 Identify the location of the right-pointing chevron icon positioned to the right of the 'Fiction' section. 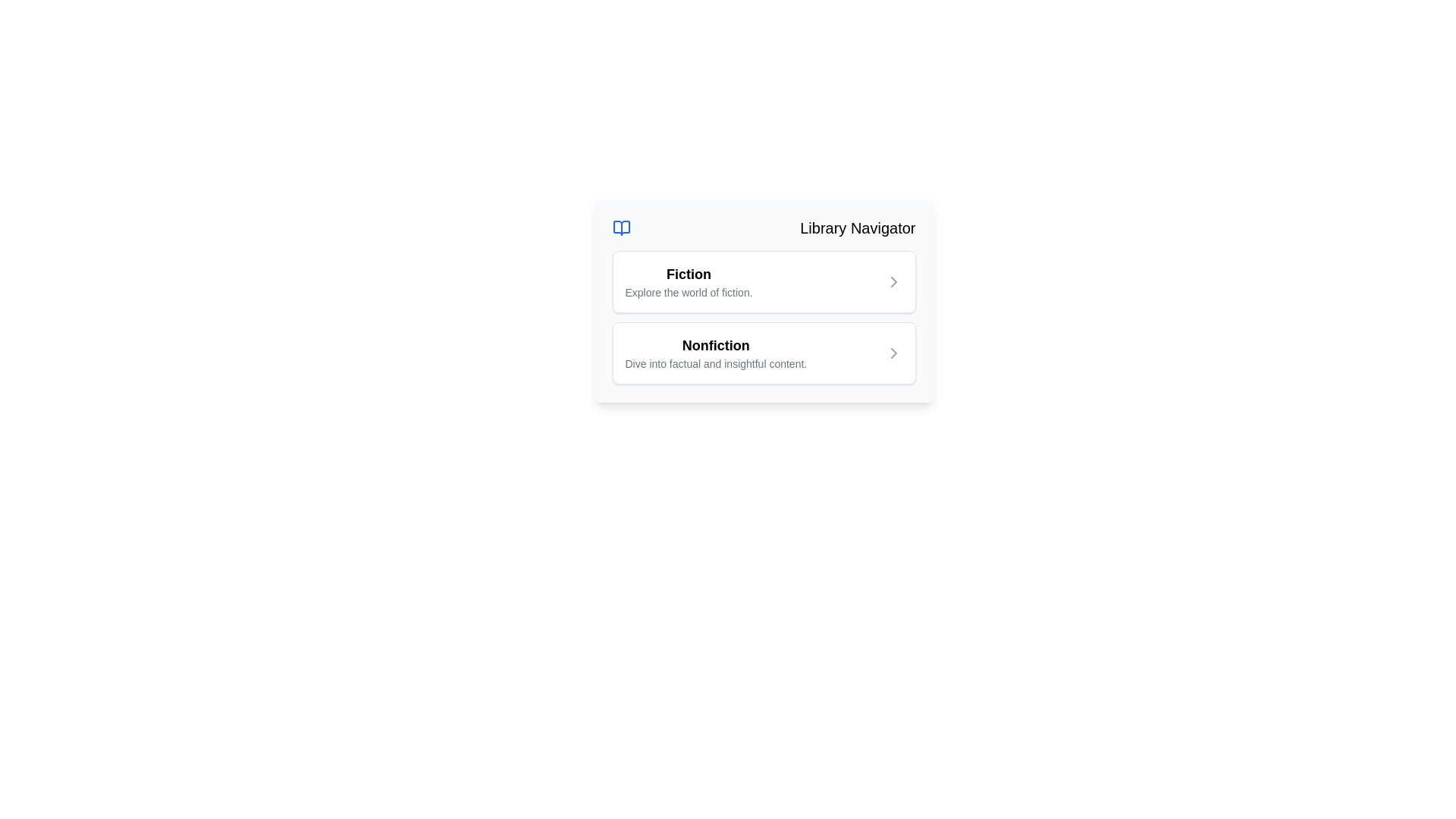
(893, 281).